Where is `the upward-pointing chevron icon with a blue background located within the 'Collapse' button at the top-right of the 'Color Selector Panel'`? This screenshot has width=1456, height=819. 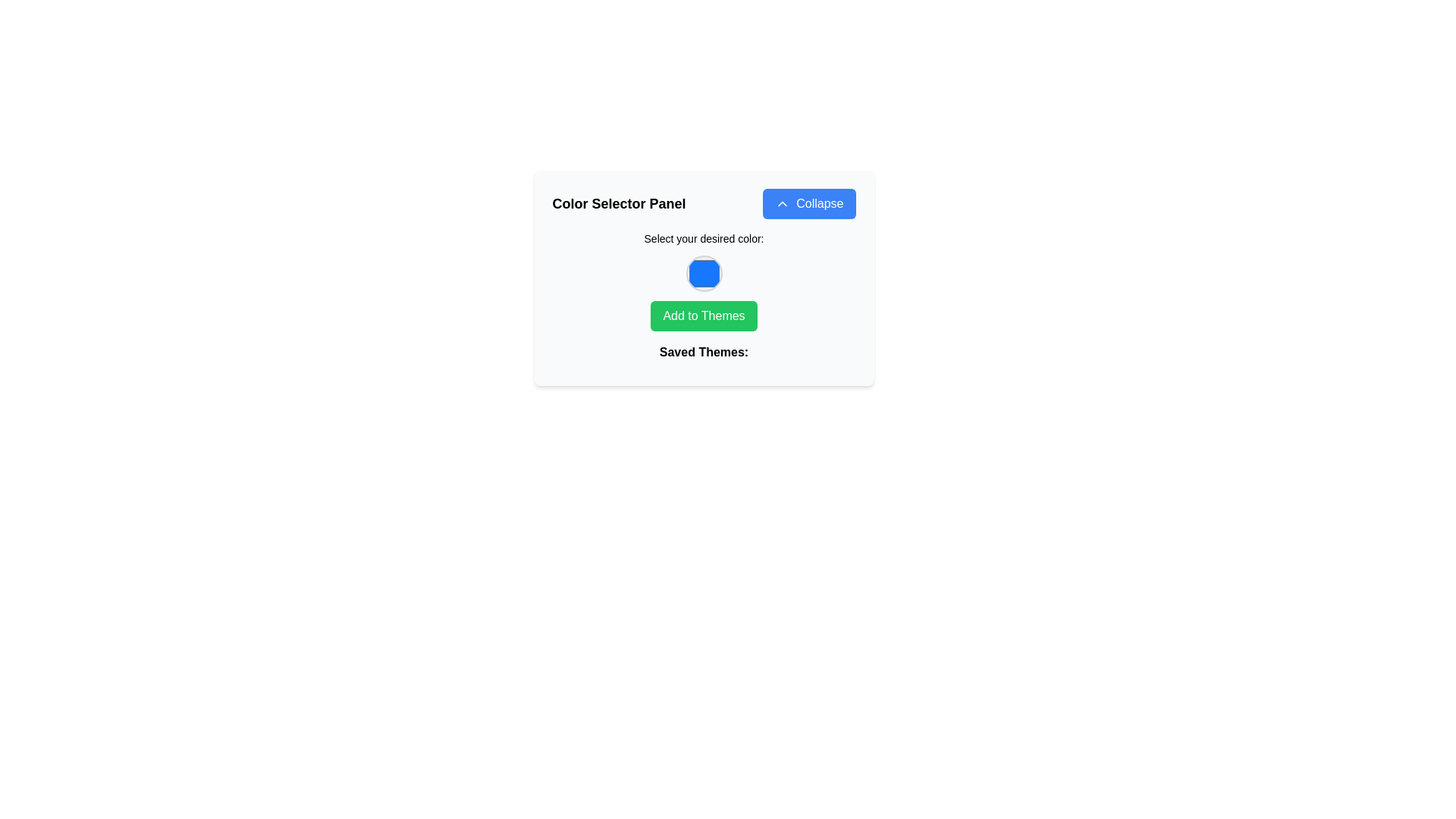 the upward-pointing chevron icon with a blue background located within the 'Collapse' button at the top-right of the 'Color Selector Panel' is located at coordinates (783, 203).